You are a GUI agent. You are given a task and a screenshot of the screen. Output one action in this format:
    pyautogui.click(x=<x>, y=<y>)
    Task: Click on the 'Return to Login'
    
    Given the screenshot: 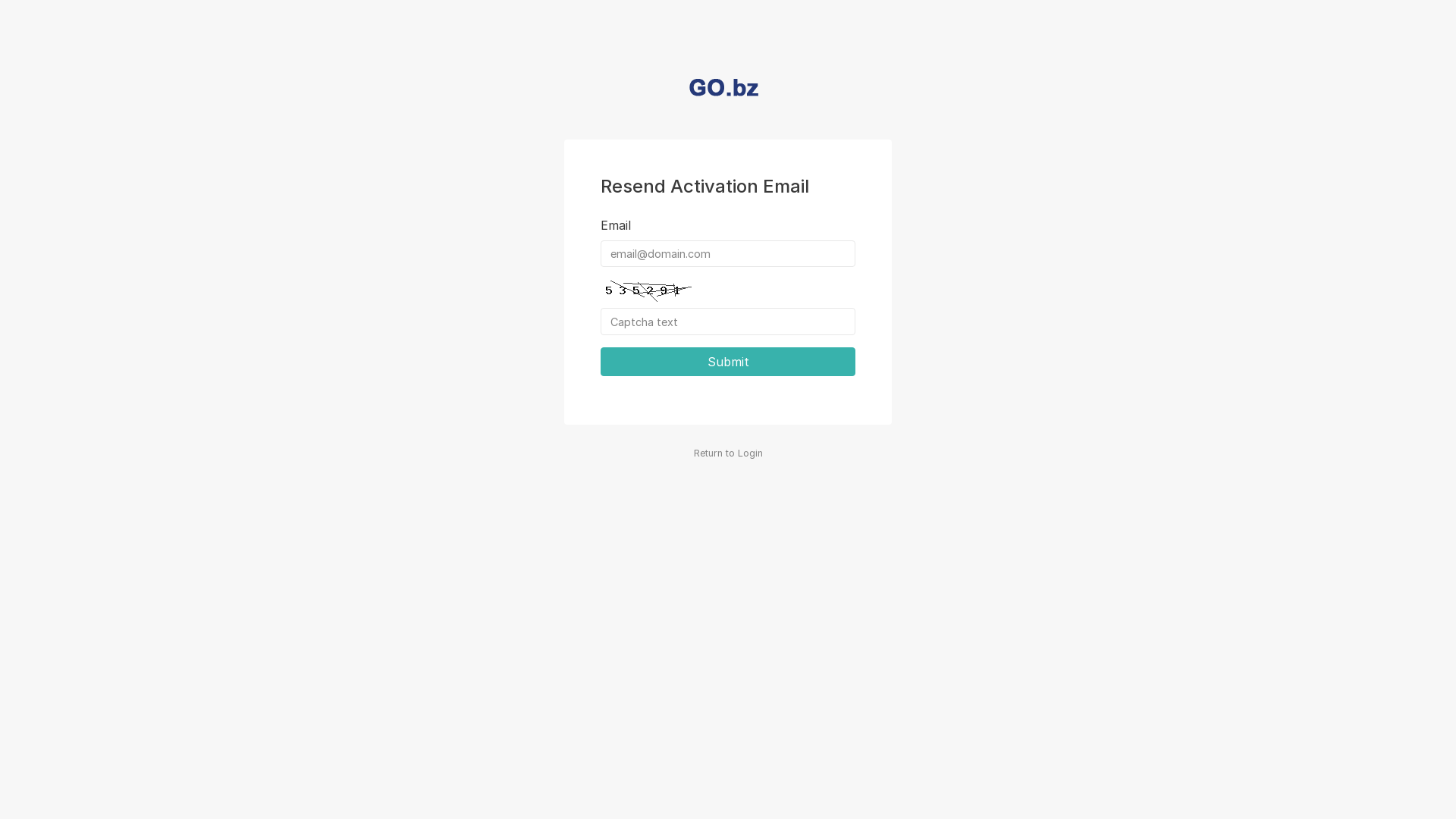 What is the action you would take?
    pyautogui.click(x=726, y=452)
    